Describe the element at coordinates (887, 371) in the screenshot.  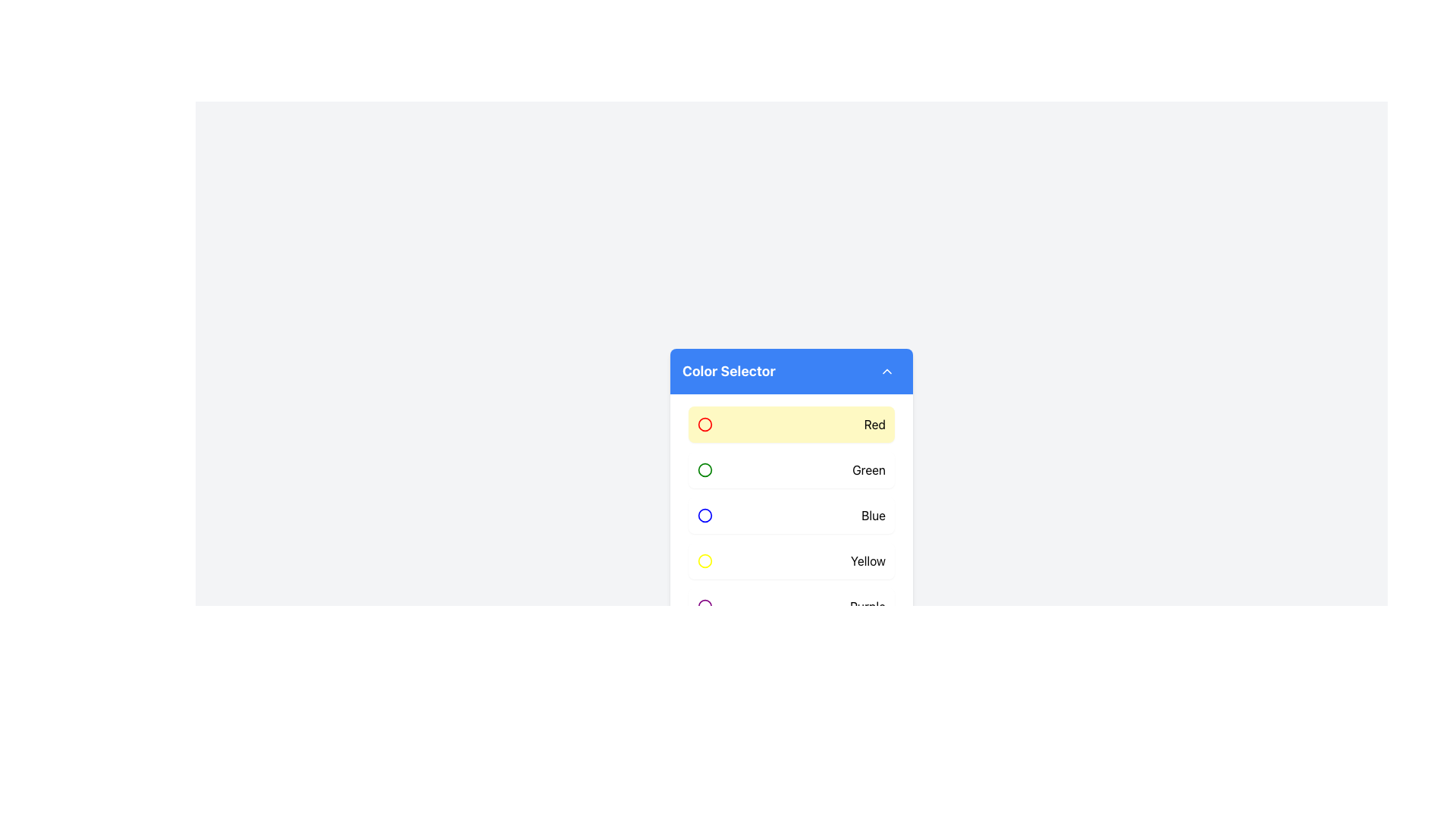
I see `the circular blue button with a white upward arrow icon located at the top-right corner of the 'Color Selector' section` at that location.